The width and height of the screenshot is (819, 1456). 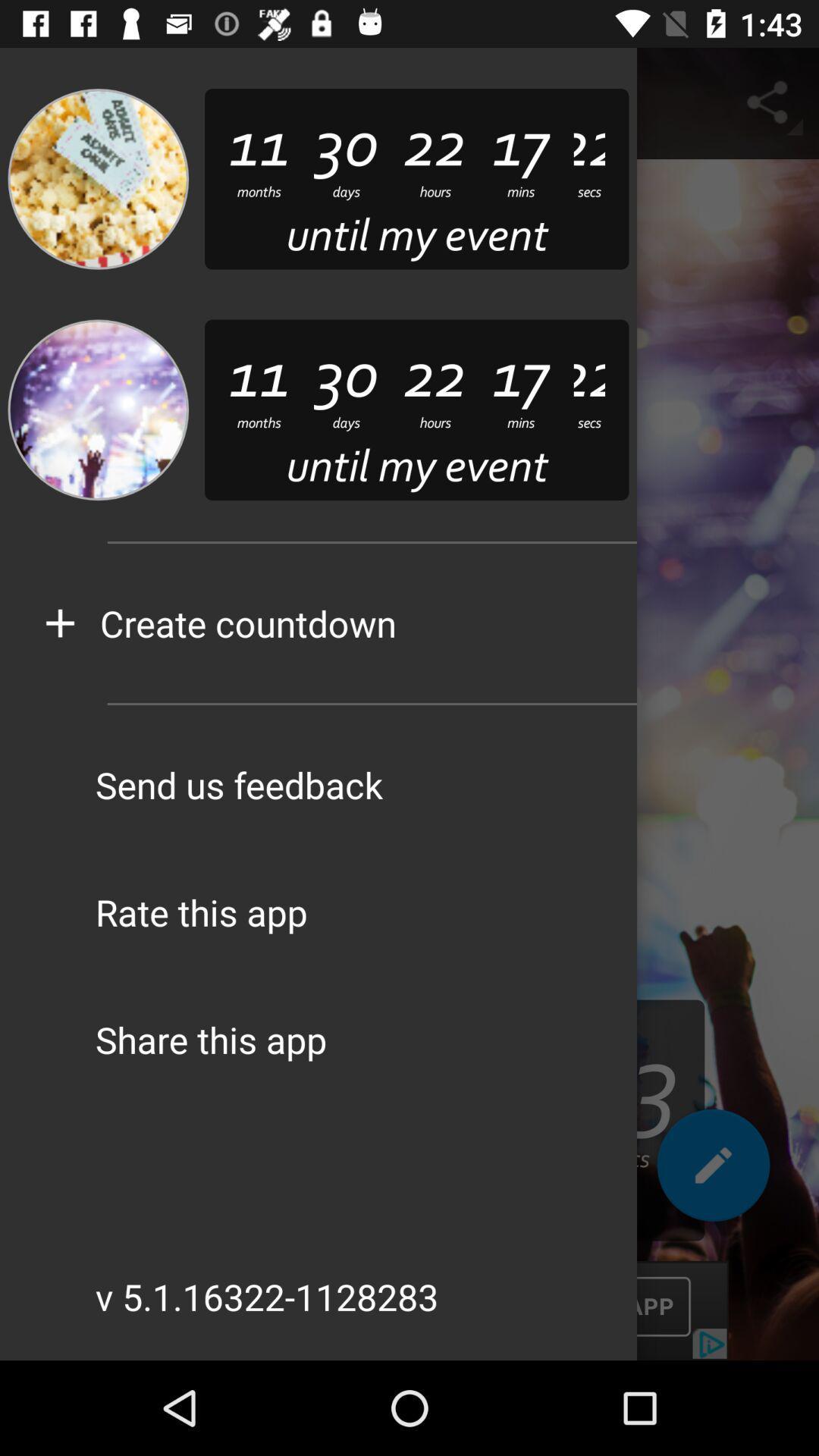 I want to click on the edit icon, so click(x=713, y=1170).